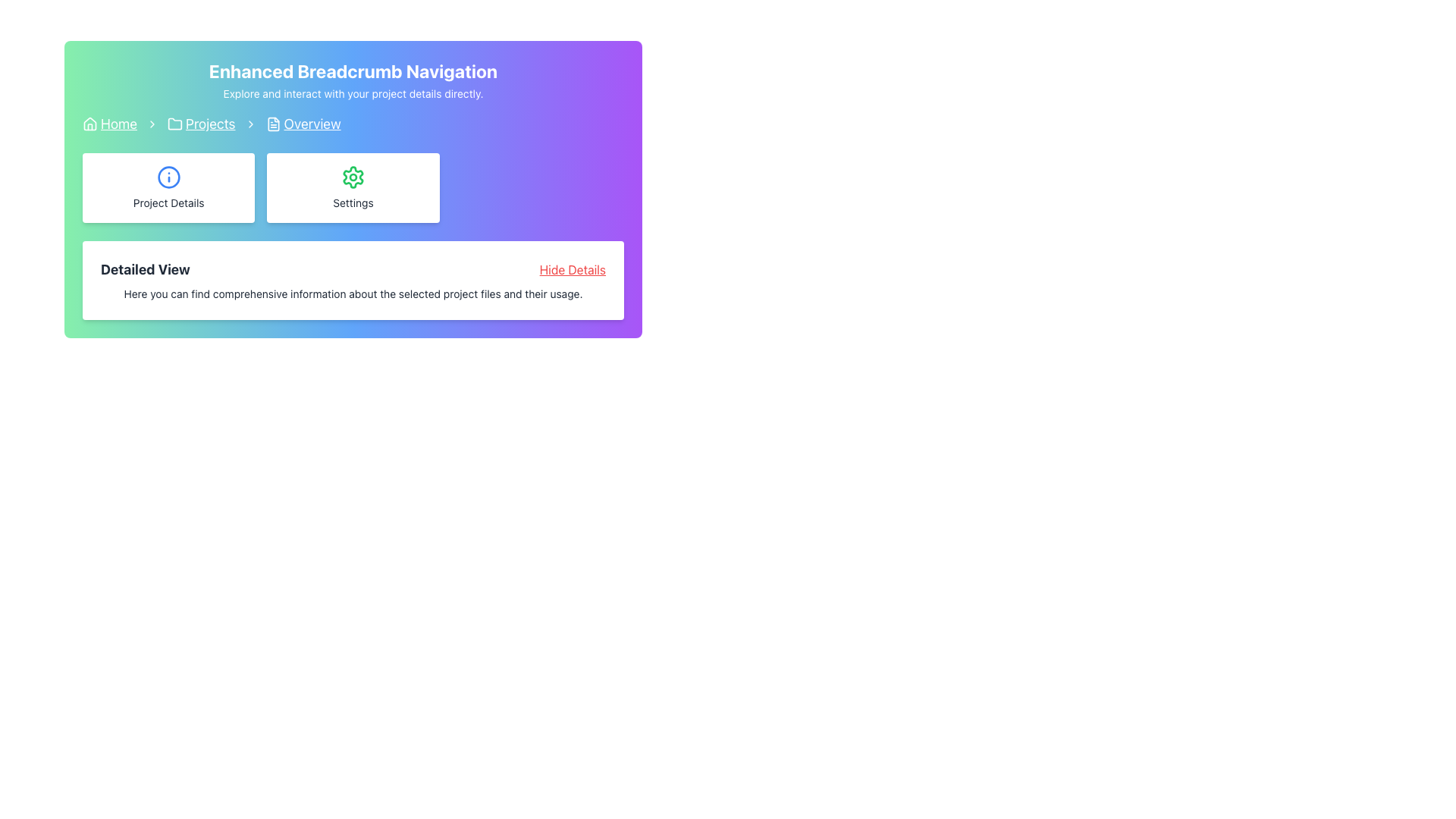 The width and height of the screenshot is (1456, 819). I want to click on the informational icon above the 'Project Details' label, which provides additional details about the project, so click(168, 177).